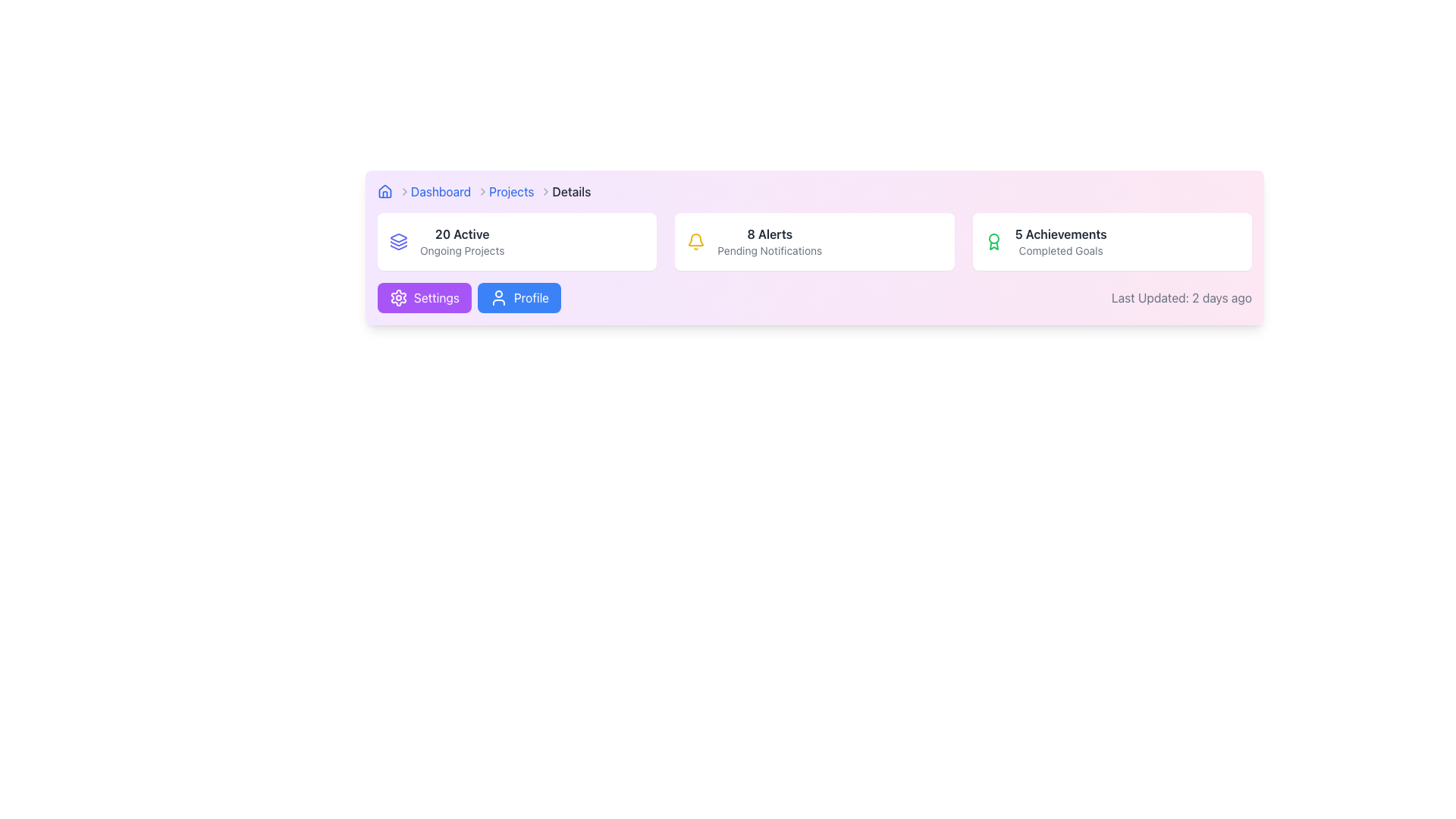  What do you see at coordinates (385, 191) in the screenshot?
I see `the 'Home' icon link located in the breadcrumb navigation at the top-left corner` at bounding box center [385, 191].